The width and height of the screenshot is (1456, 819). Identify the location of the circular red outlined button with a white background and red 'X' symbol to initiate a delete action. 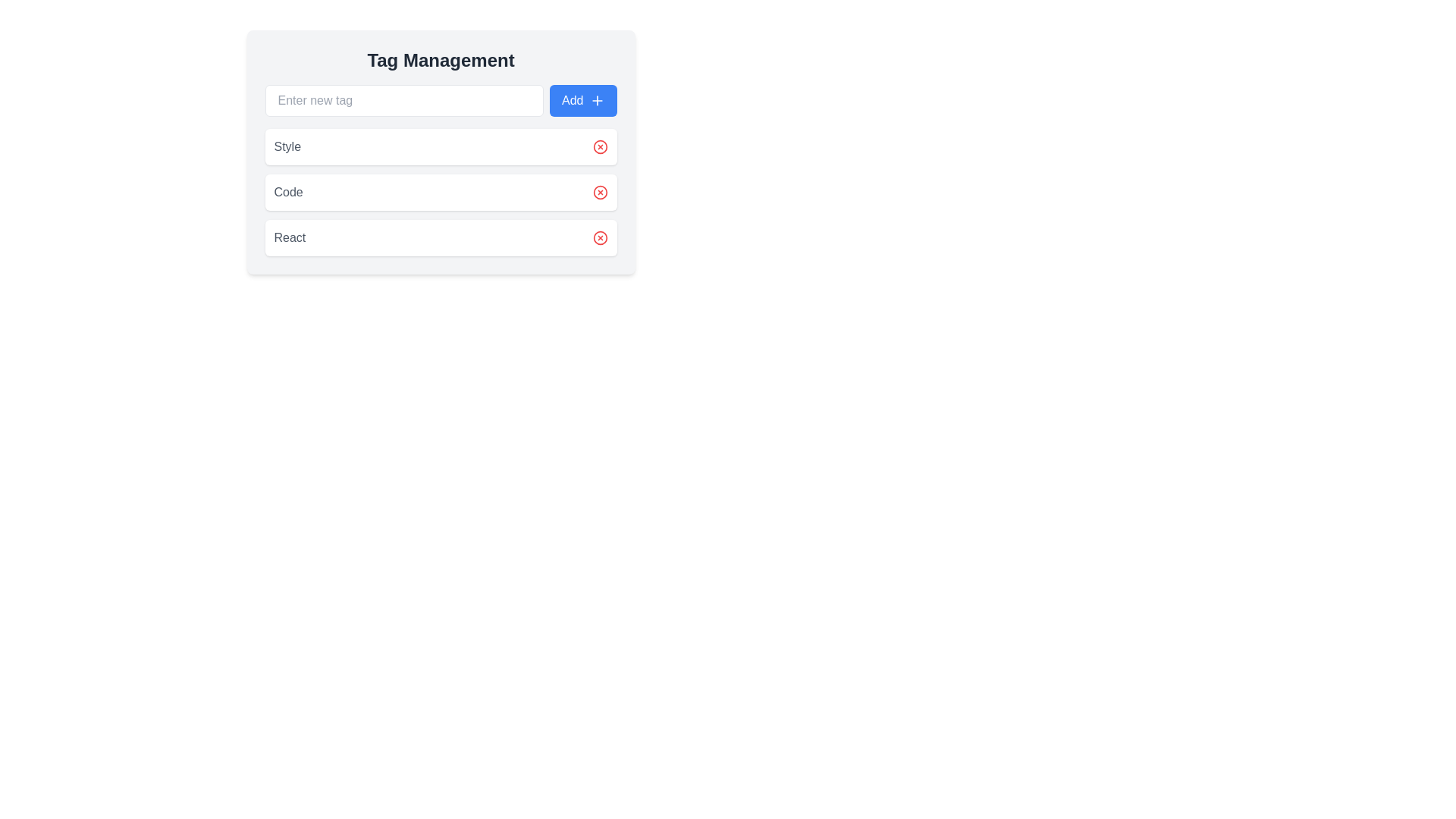
(599, 237).